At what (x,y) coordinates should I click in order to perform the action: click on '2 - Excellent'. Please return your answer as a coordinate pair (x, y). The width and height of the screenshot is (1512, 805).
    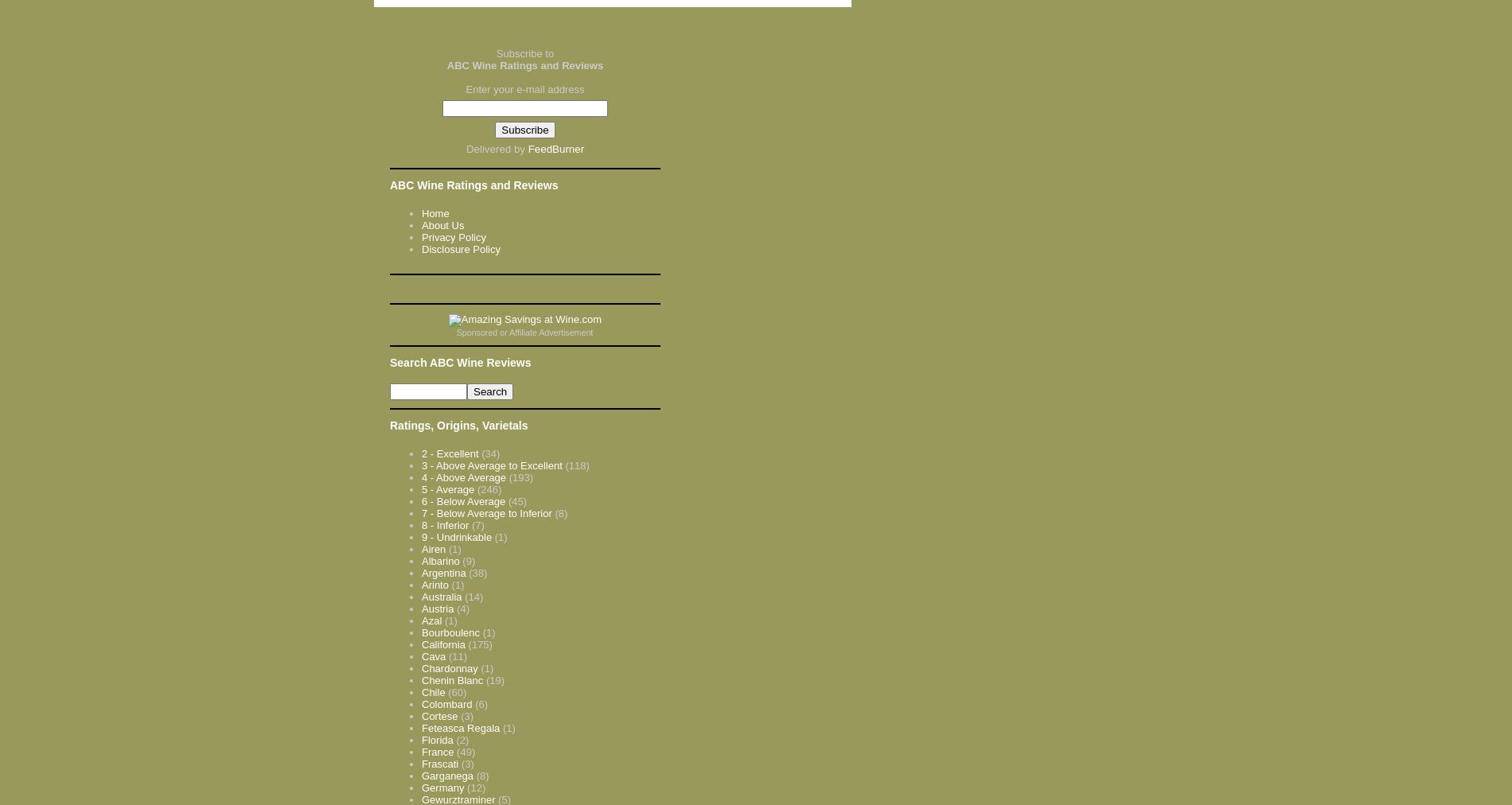
    Looking at the image, I should click on (450, 452).